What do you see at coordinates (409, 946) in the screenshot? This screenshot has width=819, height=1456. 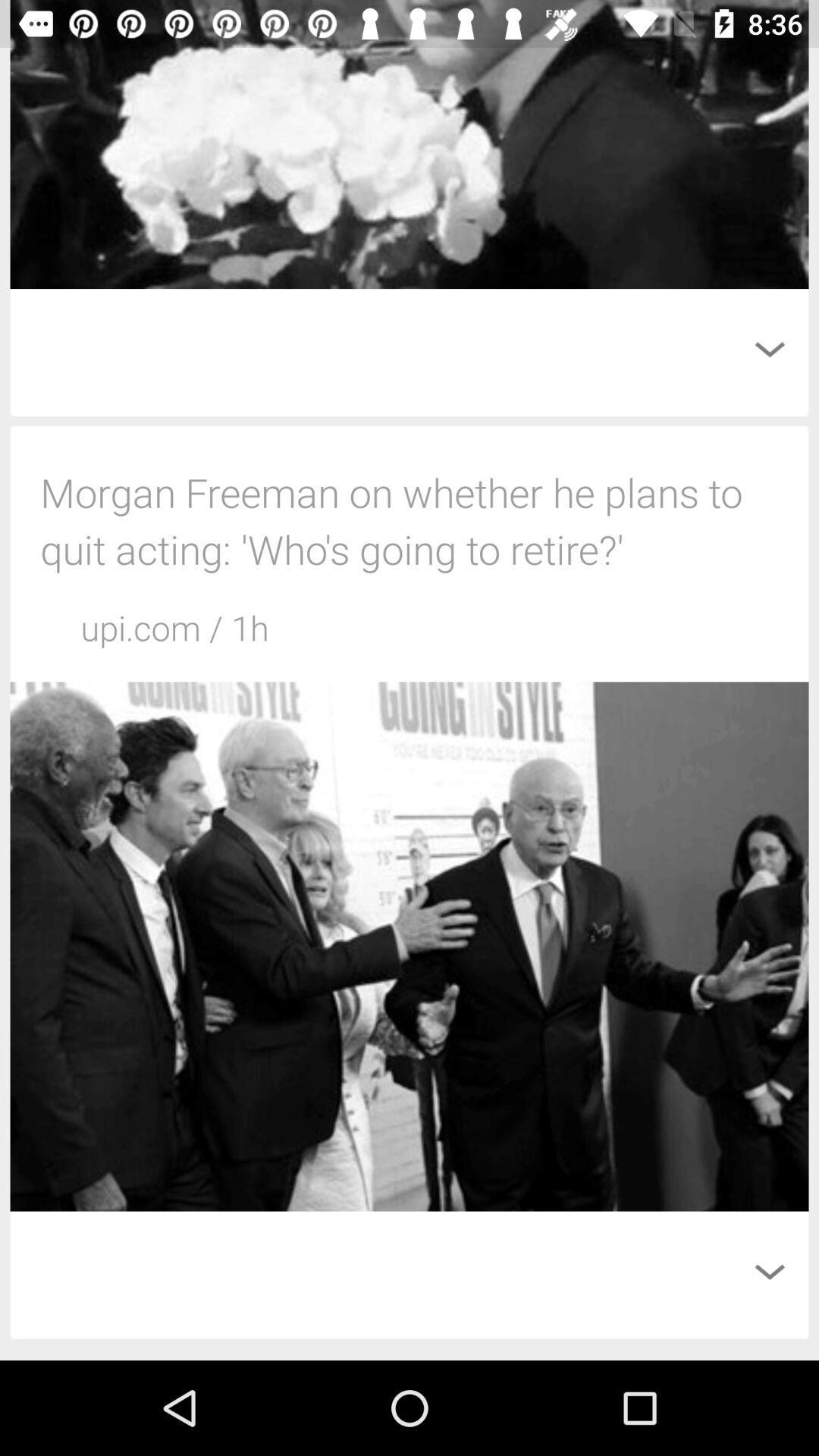 I see `the second image` at bounding box center [409, 946].